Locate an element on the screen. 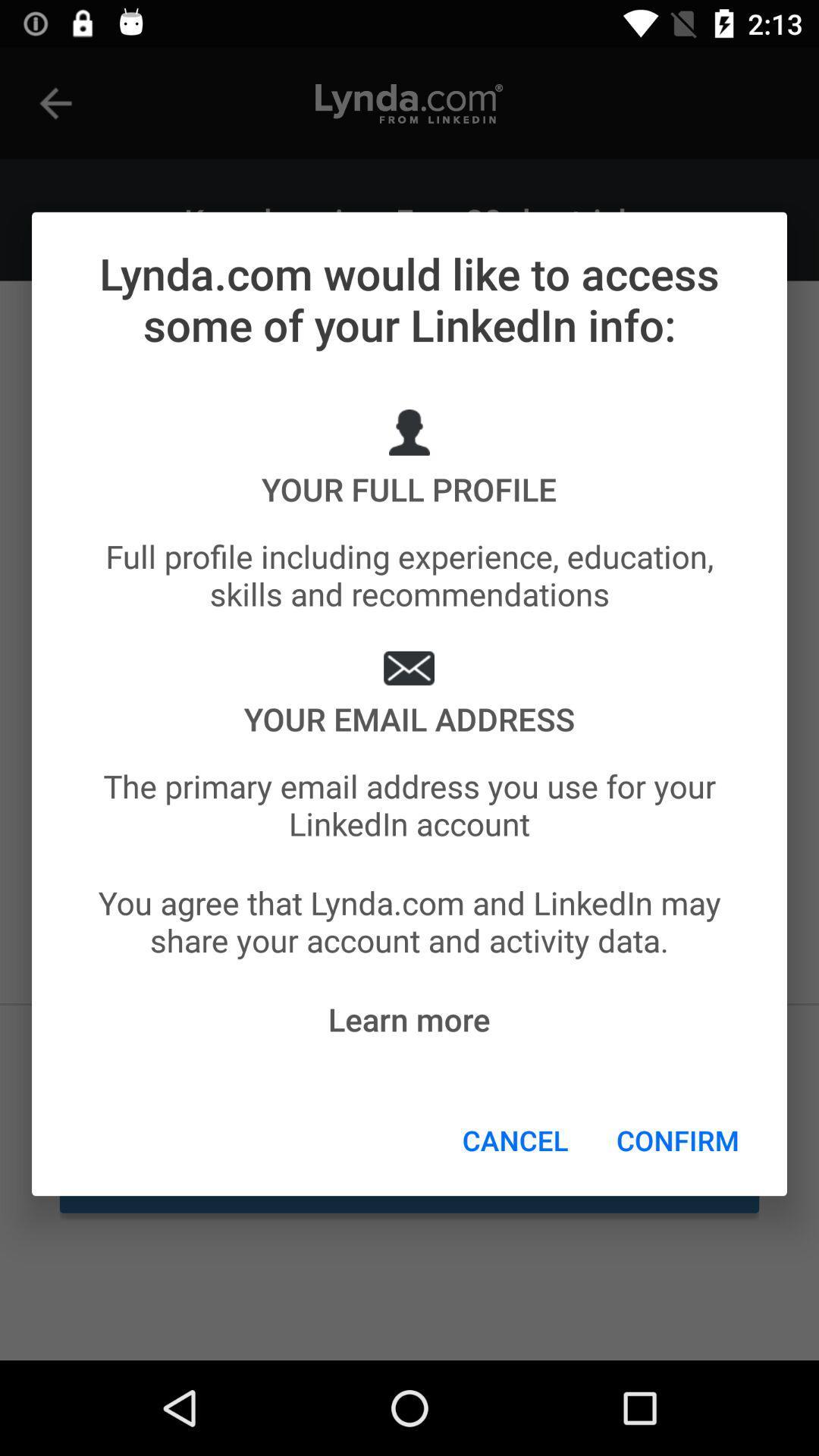 This screenshot has width=819, height=1456. item below you agree that item is located at coordinates (677, 1140).